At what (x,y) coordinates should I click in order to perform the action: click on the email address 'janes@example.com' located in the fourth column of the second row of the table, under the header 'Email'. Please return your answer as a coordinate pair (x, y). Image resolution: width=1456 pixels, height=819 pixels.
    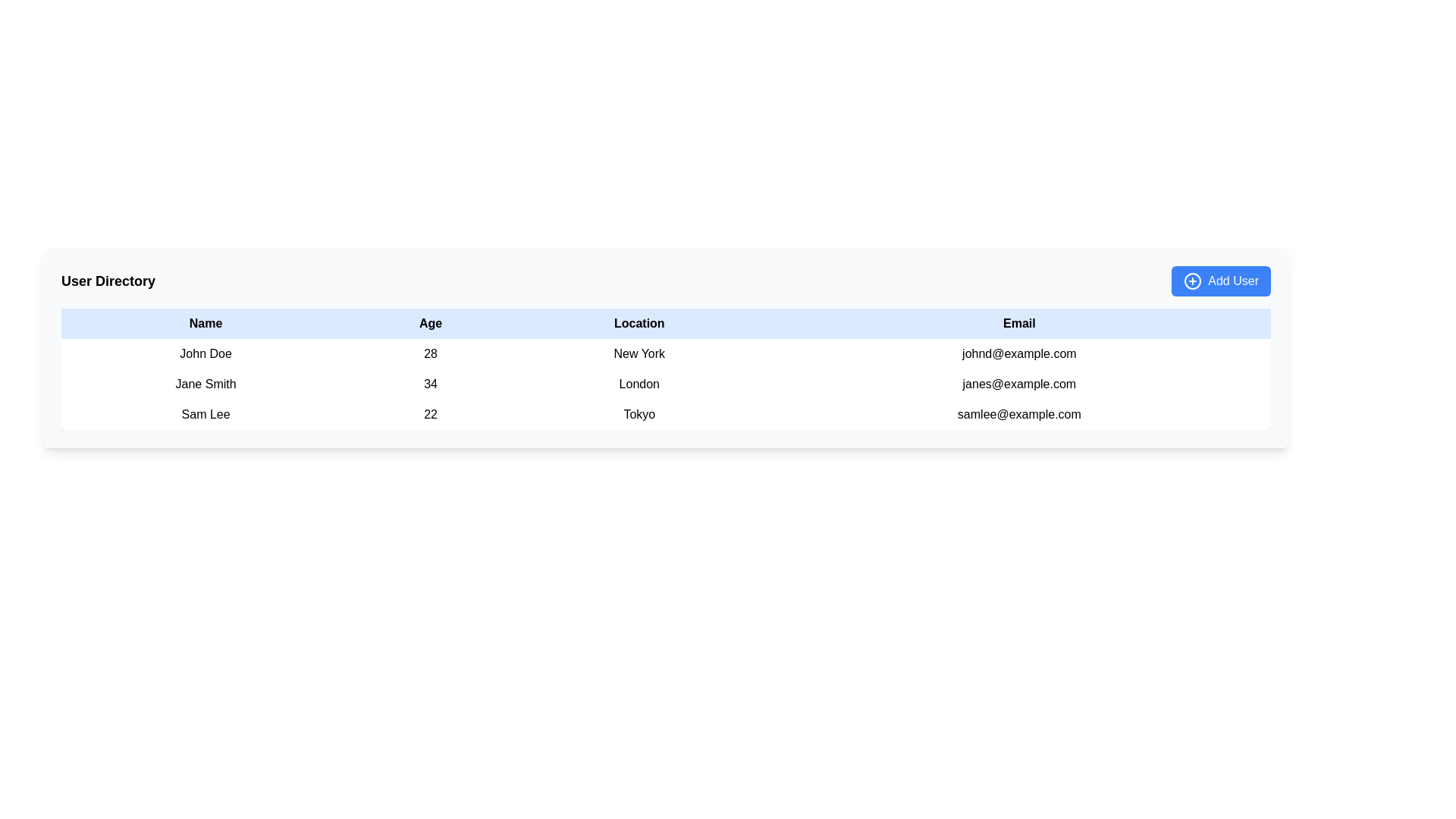
    Looking at the image, I should click on (1019, 383).